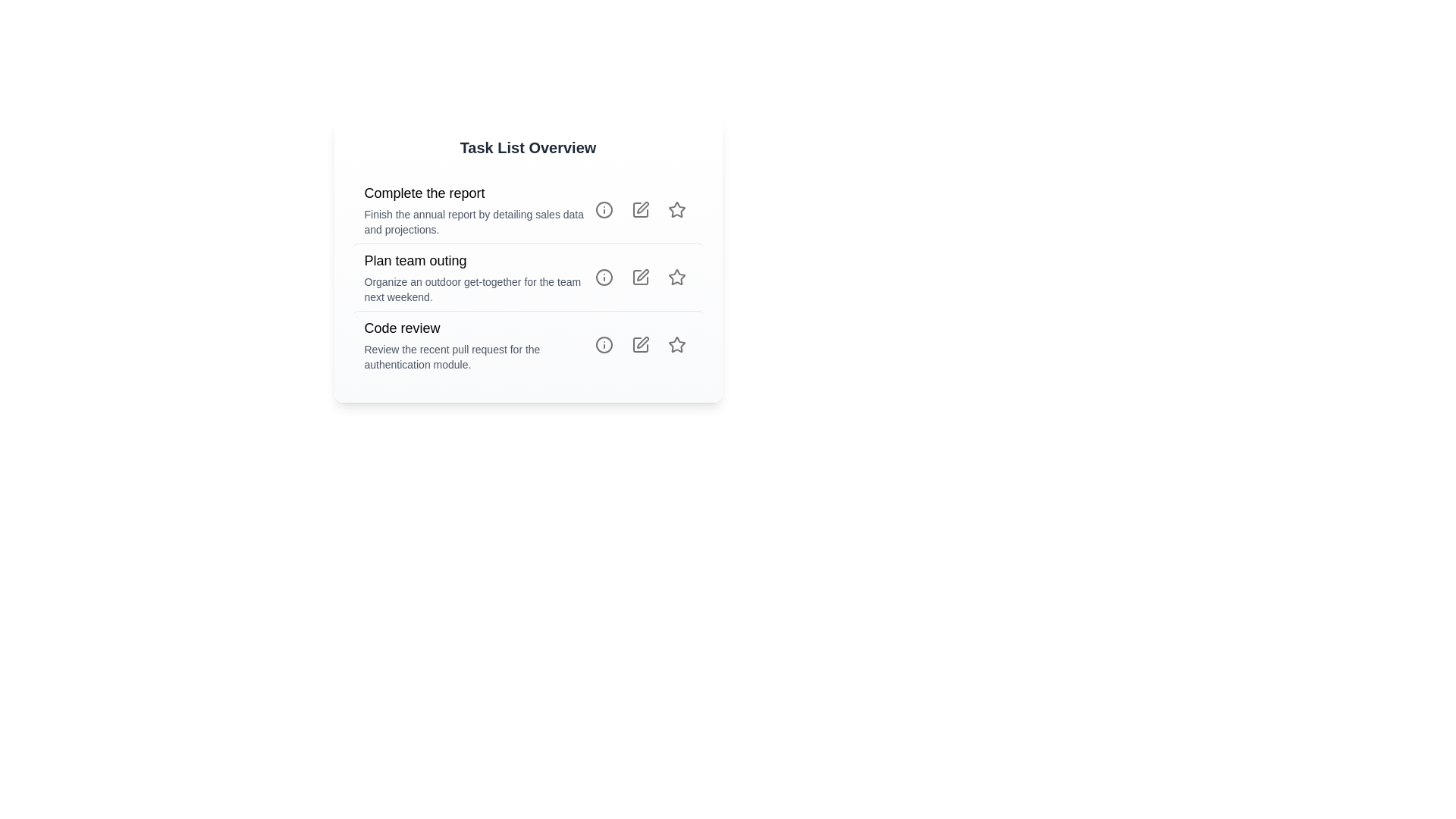 The image size is (1456, 819). Describe the element at coordinates (528, 277) in the screenshot. I see `the second task entry in the list, which is located between 'Complete the report' and 'Code review'` at that location.